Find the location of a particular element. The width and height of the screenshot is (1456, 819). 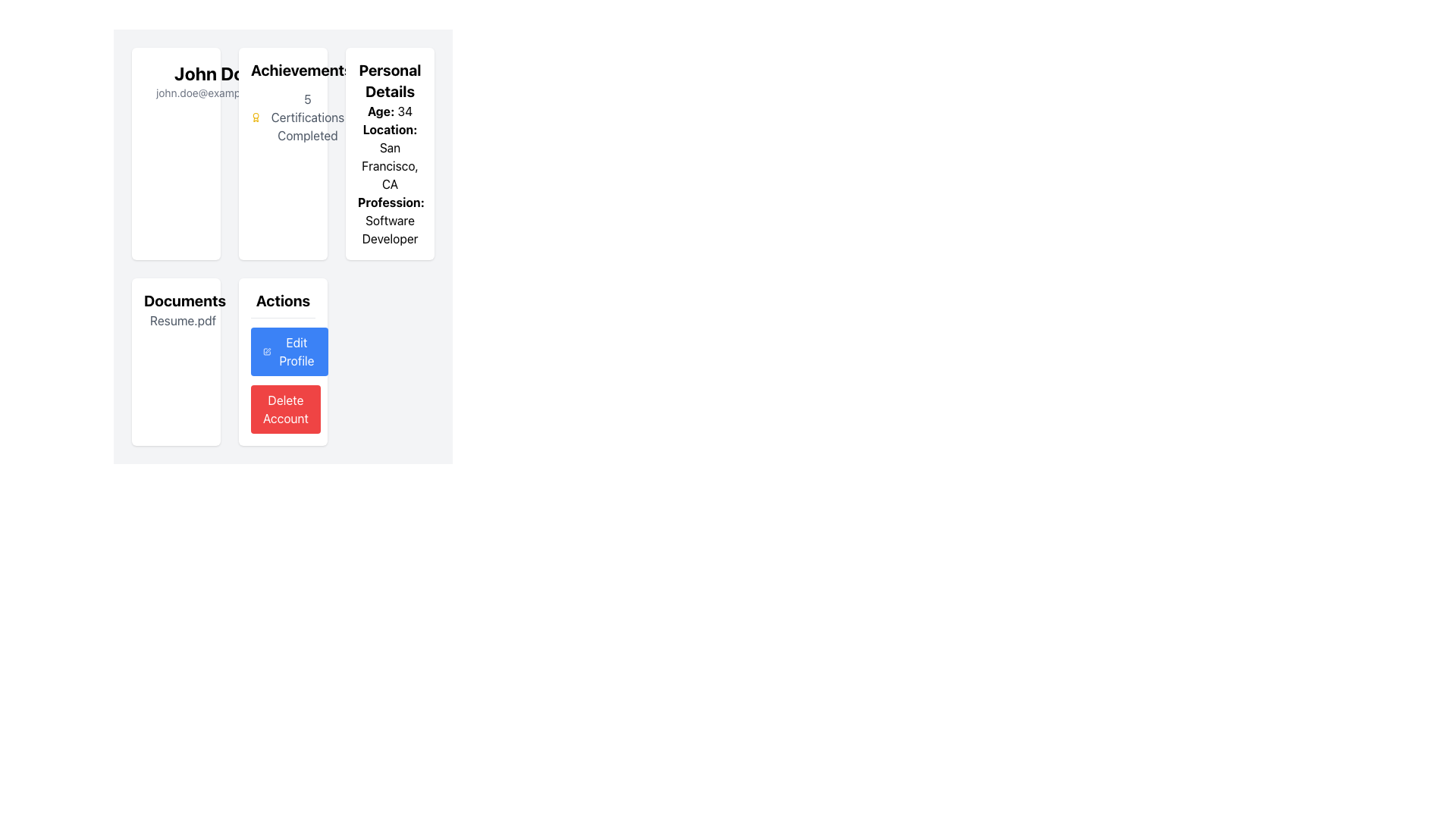

text from the Text Label displaying 'Age: 34', located in the 'Personal Details' panel, as the second entry after the title is located at coordinates (390, 110).